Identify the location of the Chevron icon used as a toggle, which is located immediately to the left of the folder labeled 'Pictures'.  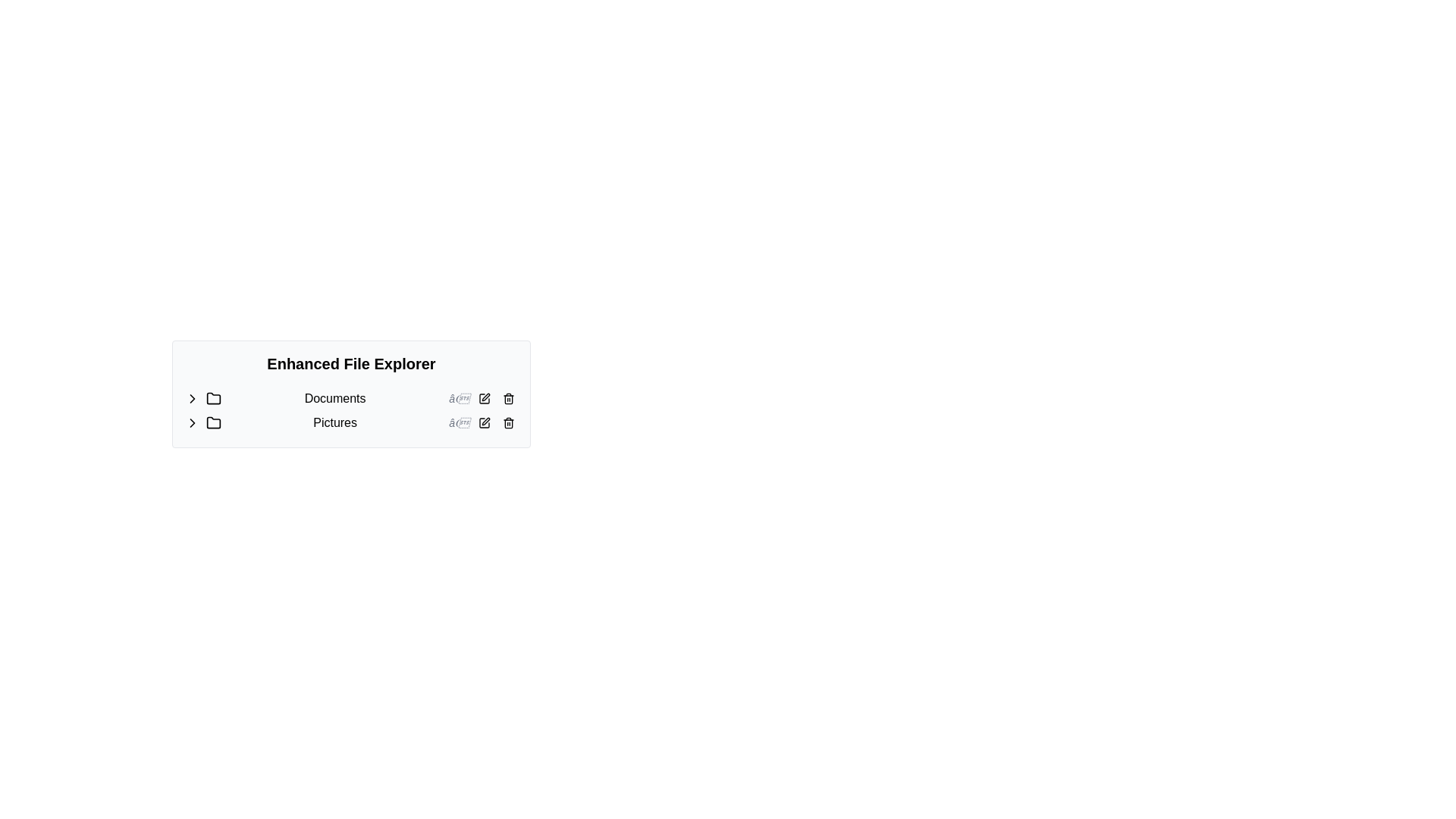
(192, 423).